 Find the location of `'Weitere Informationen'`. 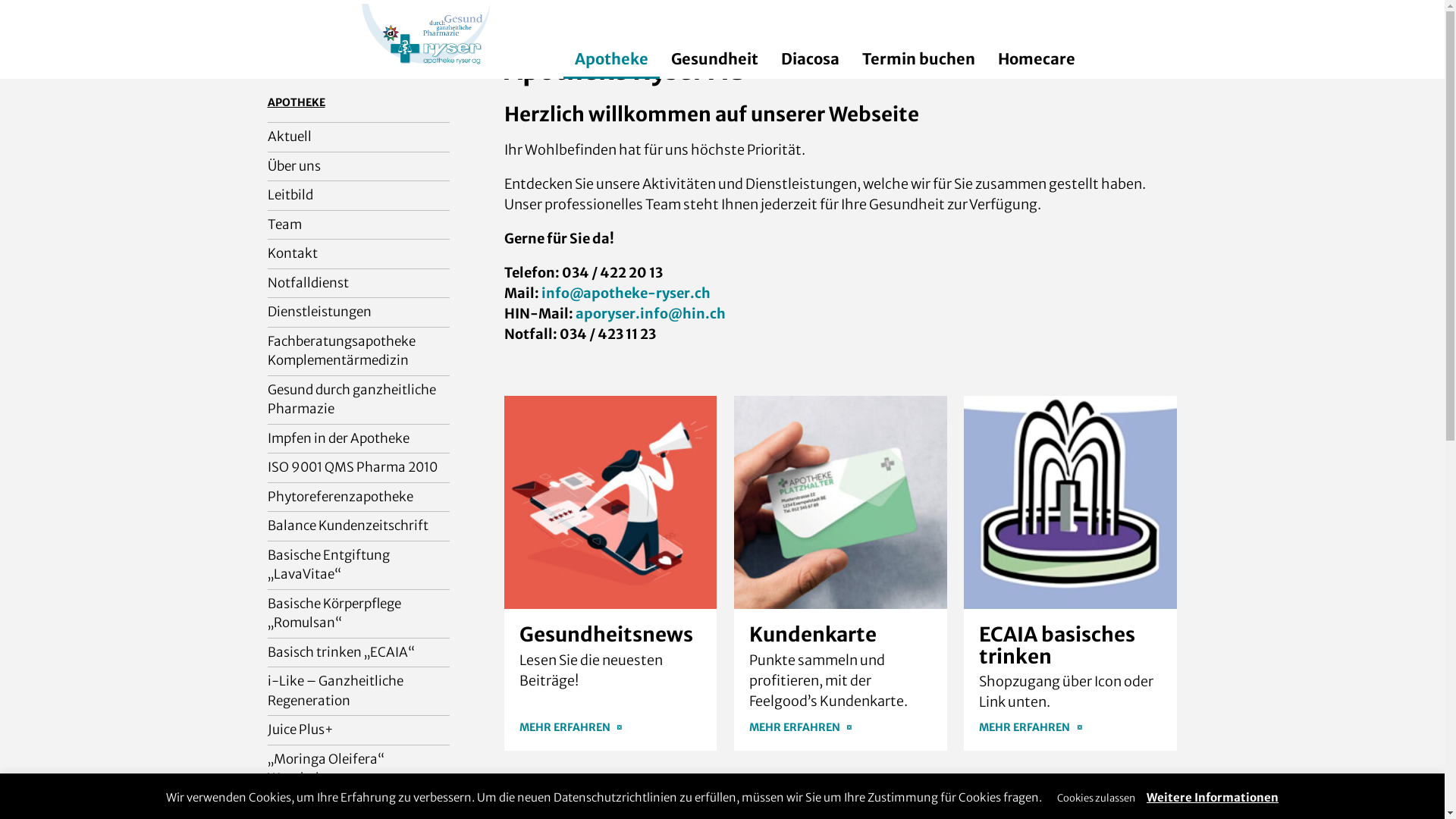

'Weitere Informationen' is located at coordinates (1211, 796).